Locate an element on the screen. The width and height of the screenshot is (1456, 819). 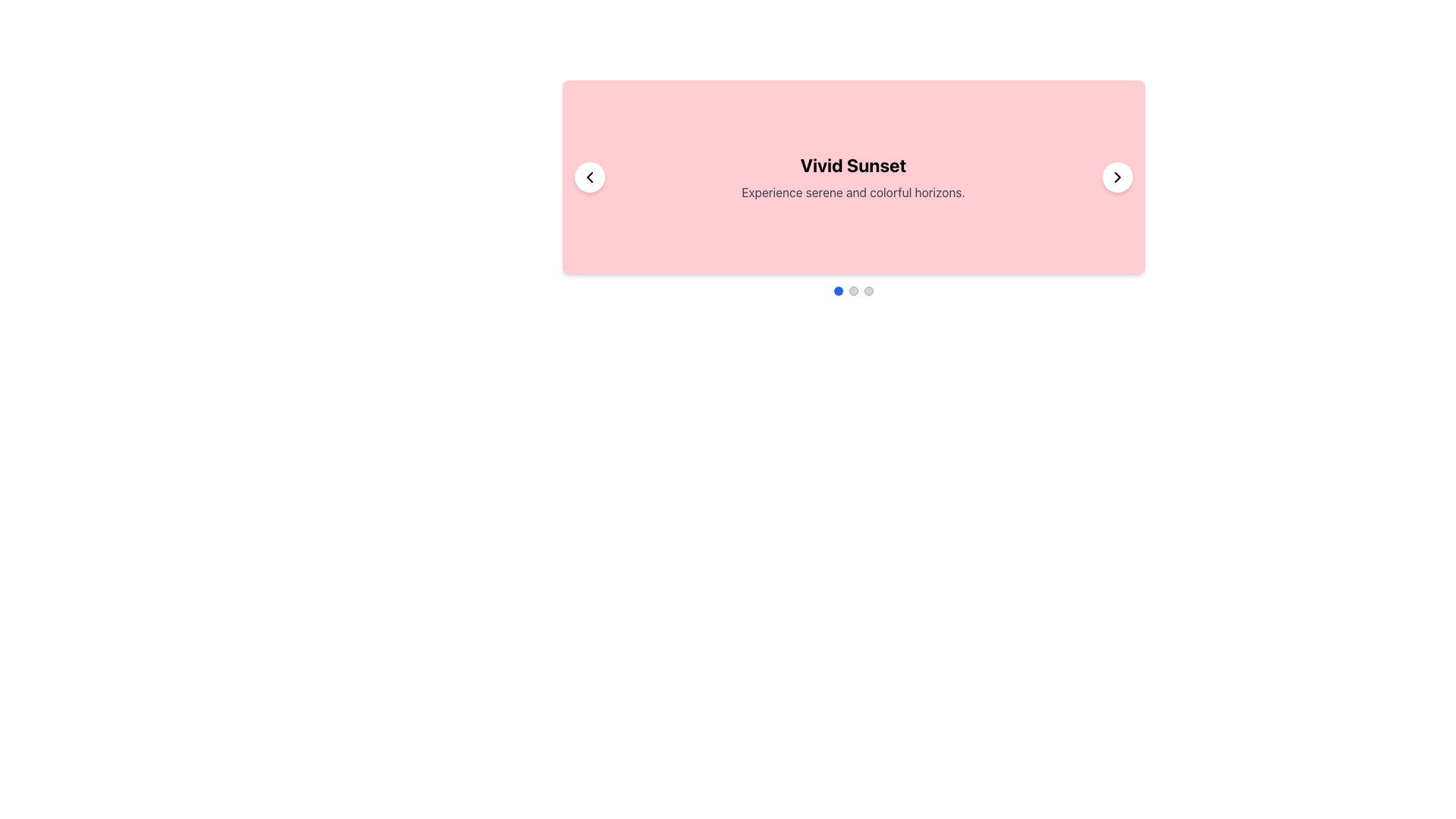
the second gray circle of the Interactive State Indicator or Pagination Dot Set located at the bottom center beneath the title 'Vivid Sunset' is located at coordinates (853, 291).